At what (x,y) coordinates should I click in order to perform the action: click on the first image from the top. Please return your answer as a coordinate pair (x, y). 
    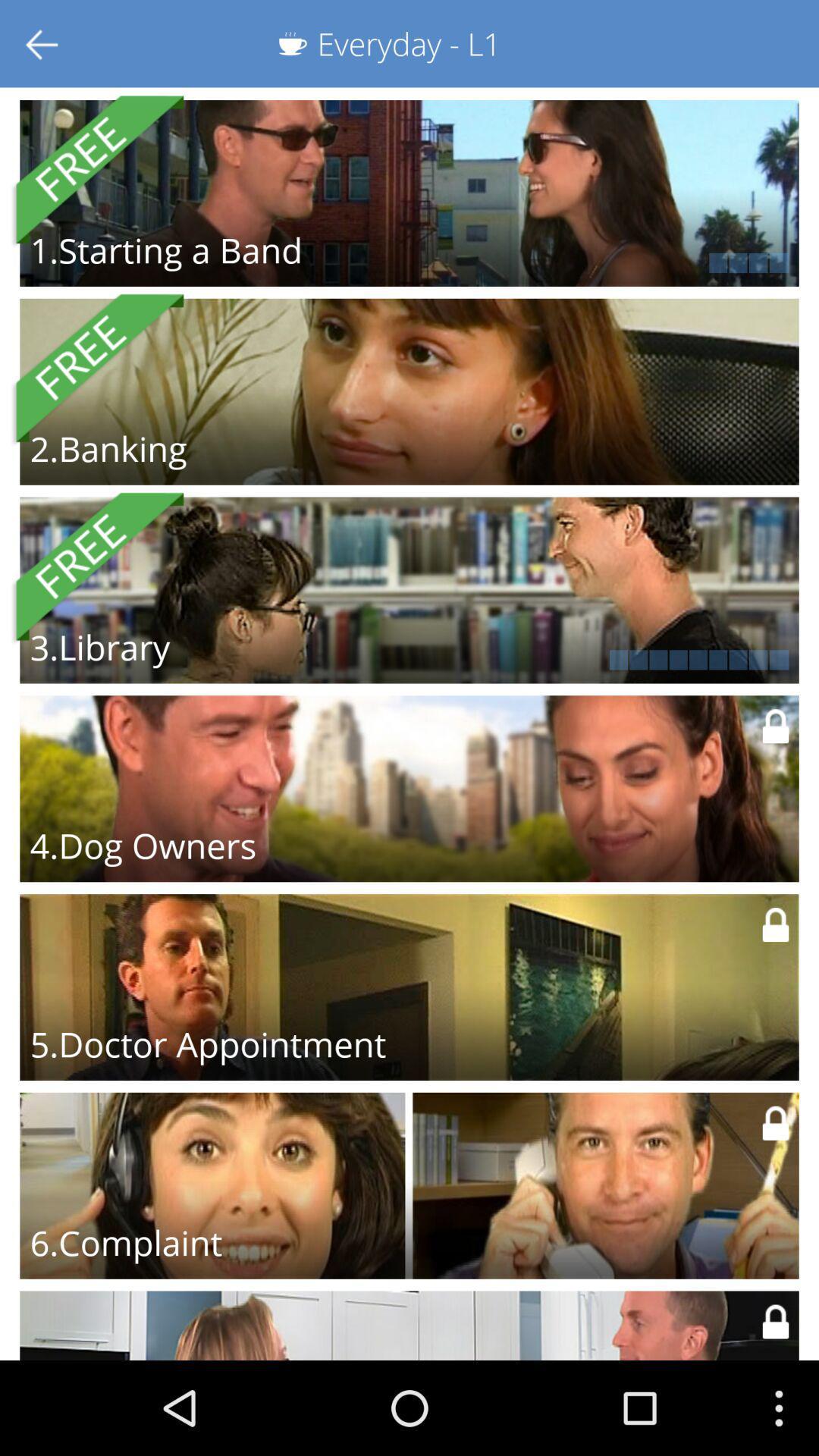
    Looking at the image, I should click on (409, 192).